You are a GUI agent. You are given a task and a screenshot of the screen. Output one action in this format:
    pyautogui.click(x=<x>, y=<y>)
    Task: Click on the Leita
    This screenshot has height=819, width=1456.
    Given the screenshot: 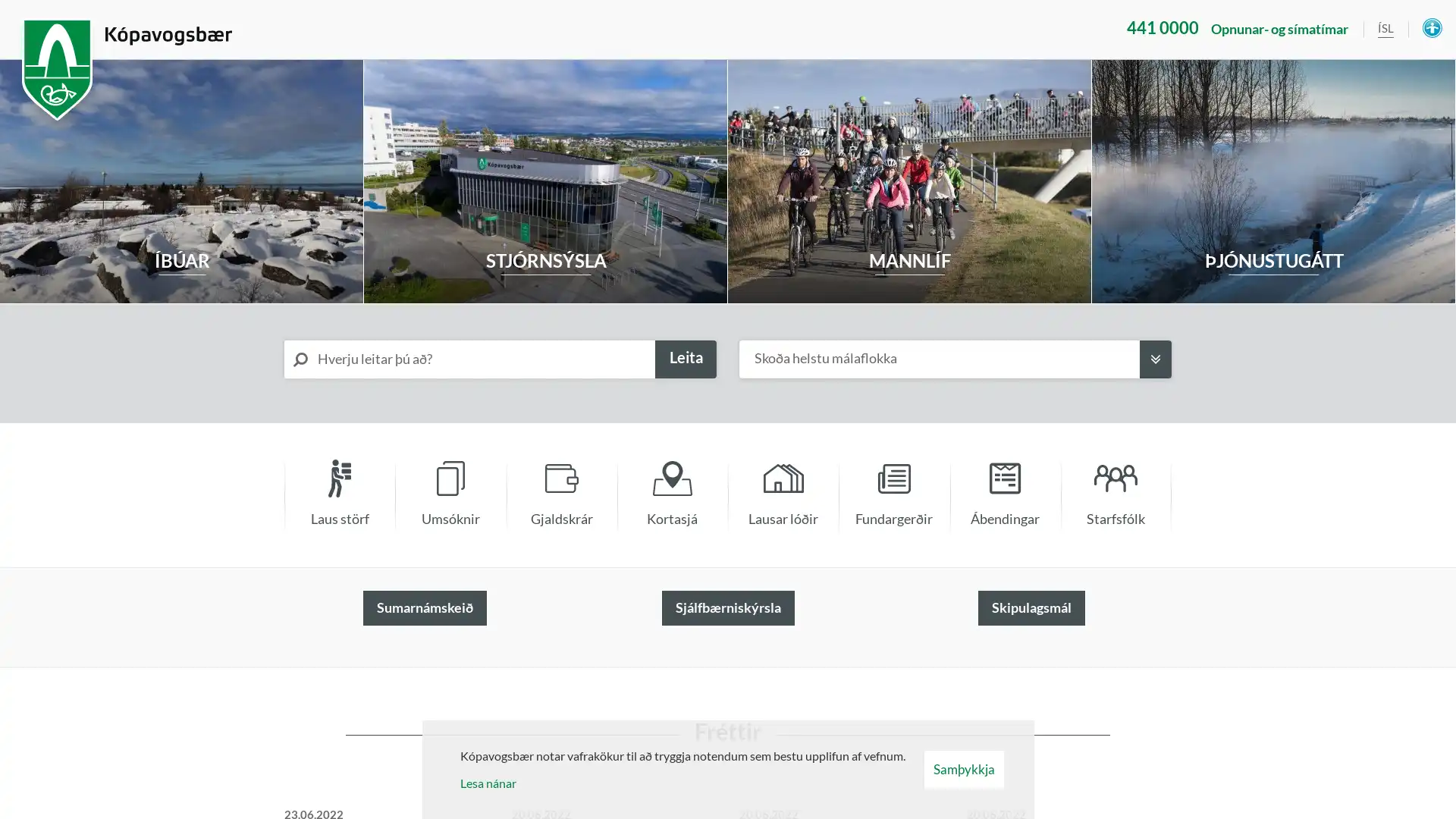 What is the action you would take?
    pyautogui.click(x=685, y=359)
    